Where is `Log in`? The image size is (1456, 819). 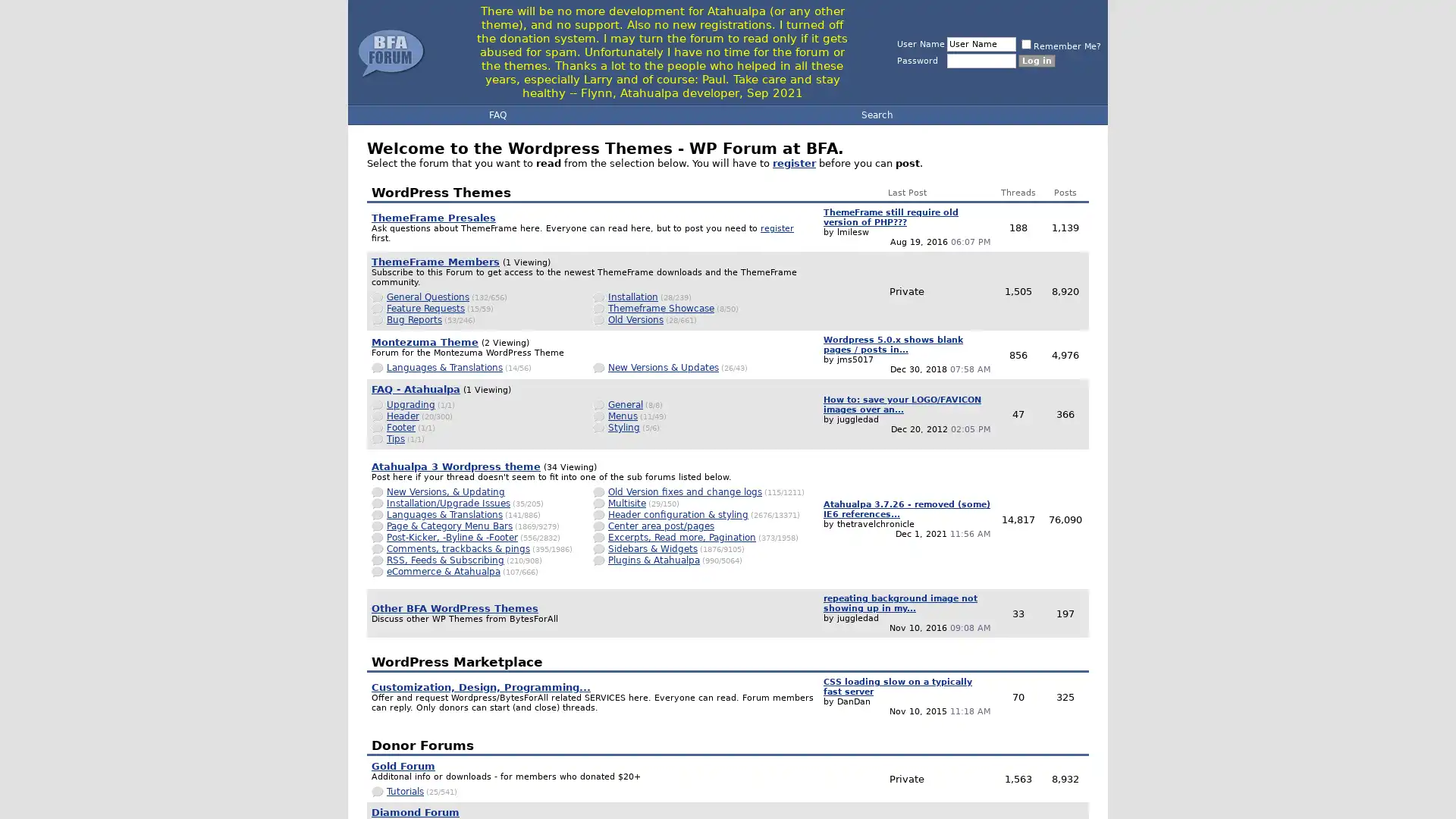
Log in is located at coordinates (1036, 59).